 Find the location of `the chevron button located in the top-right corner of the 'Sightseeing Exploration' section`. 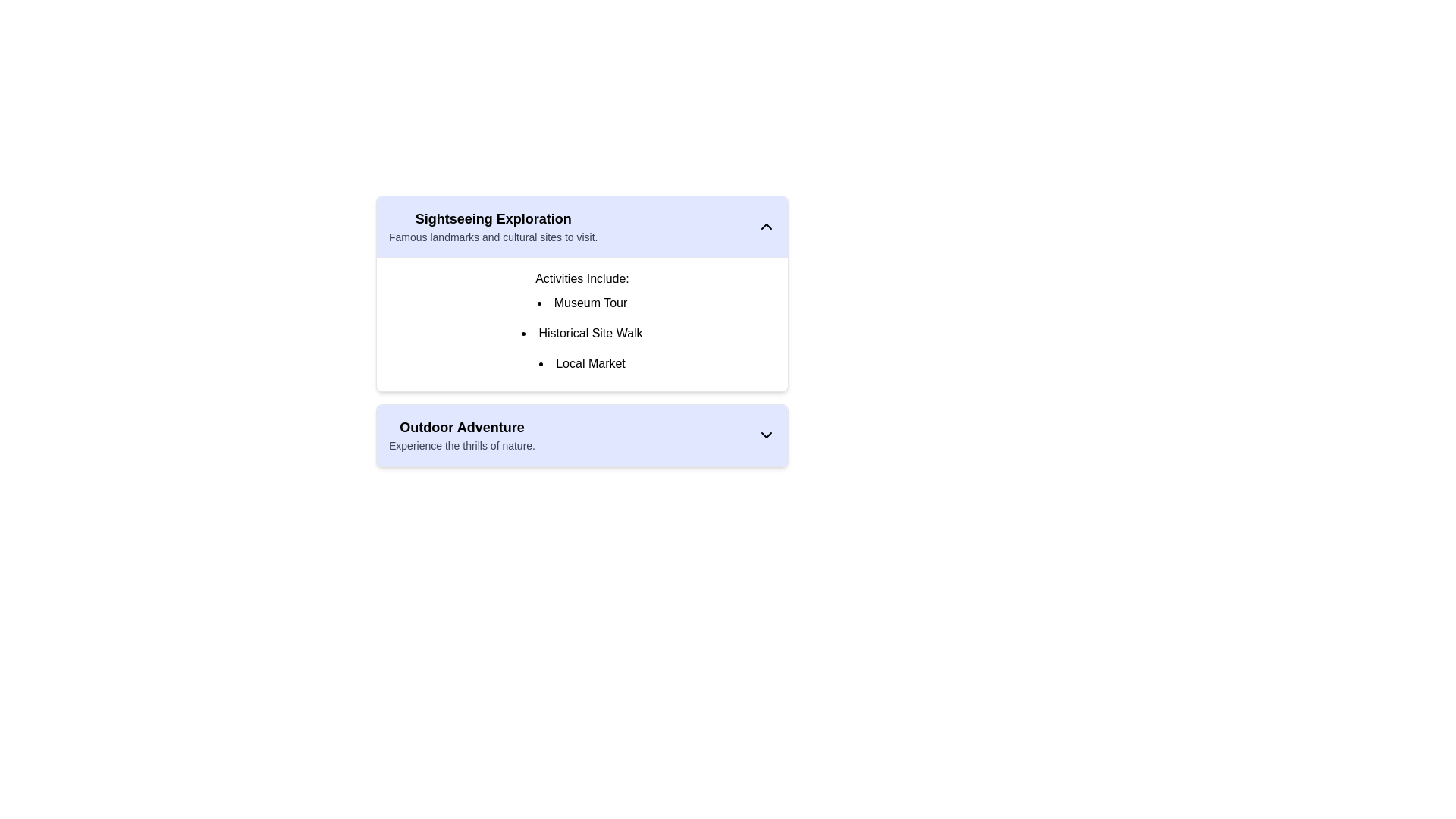

the chevron button located in the top-right corner of the 'Sightseeing Exploration' section is located at coordinates (767, 227).